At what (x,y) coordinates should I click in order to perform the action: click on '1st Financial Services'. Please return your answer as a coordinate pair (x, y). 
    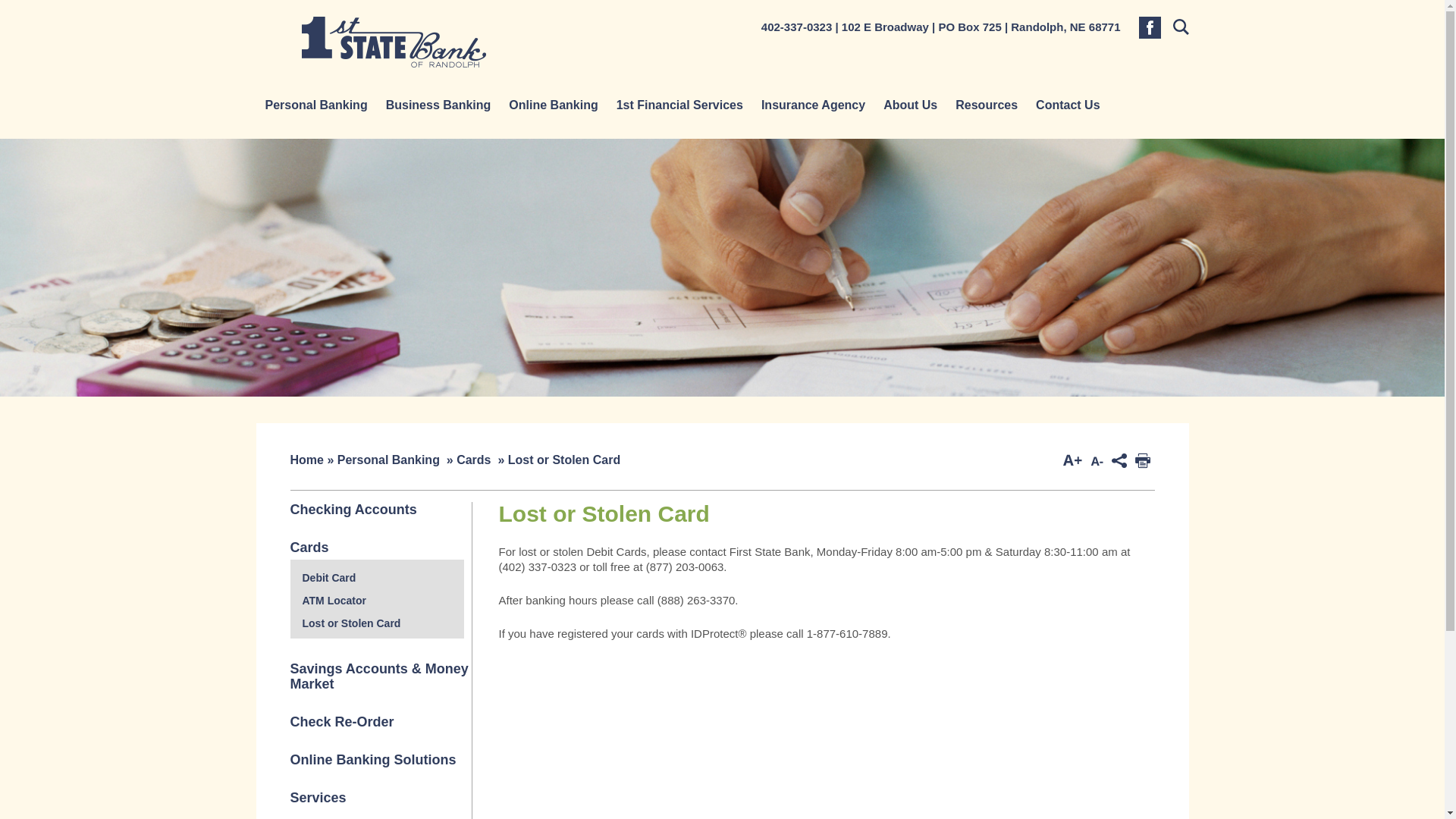
    Looking at the image, I should click on (679, 104).